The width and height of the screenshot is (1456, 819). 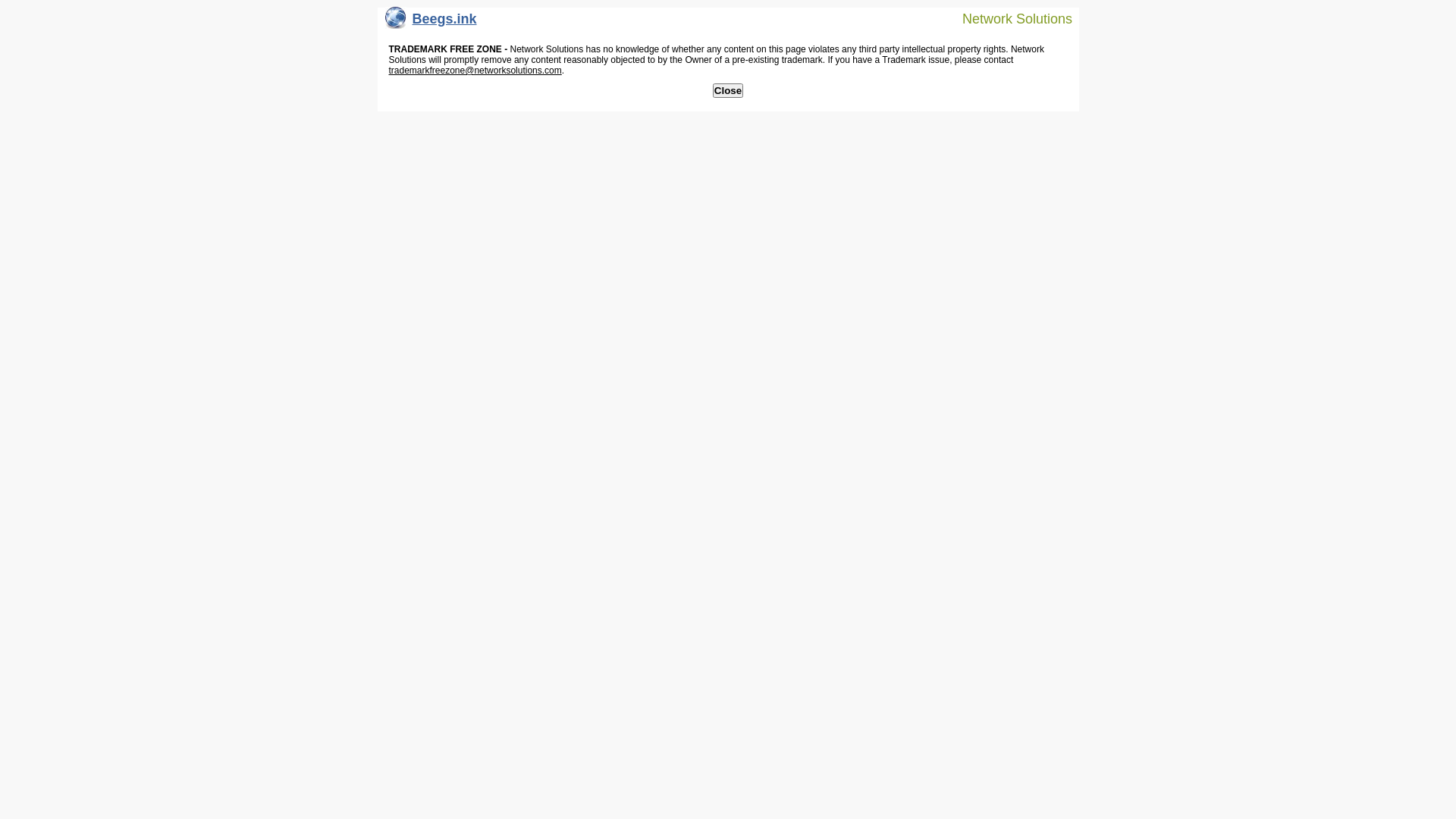 I want to click on 'Network Solutions', so click(x=1008, y=17).